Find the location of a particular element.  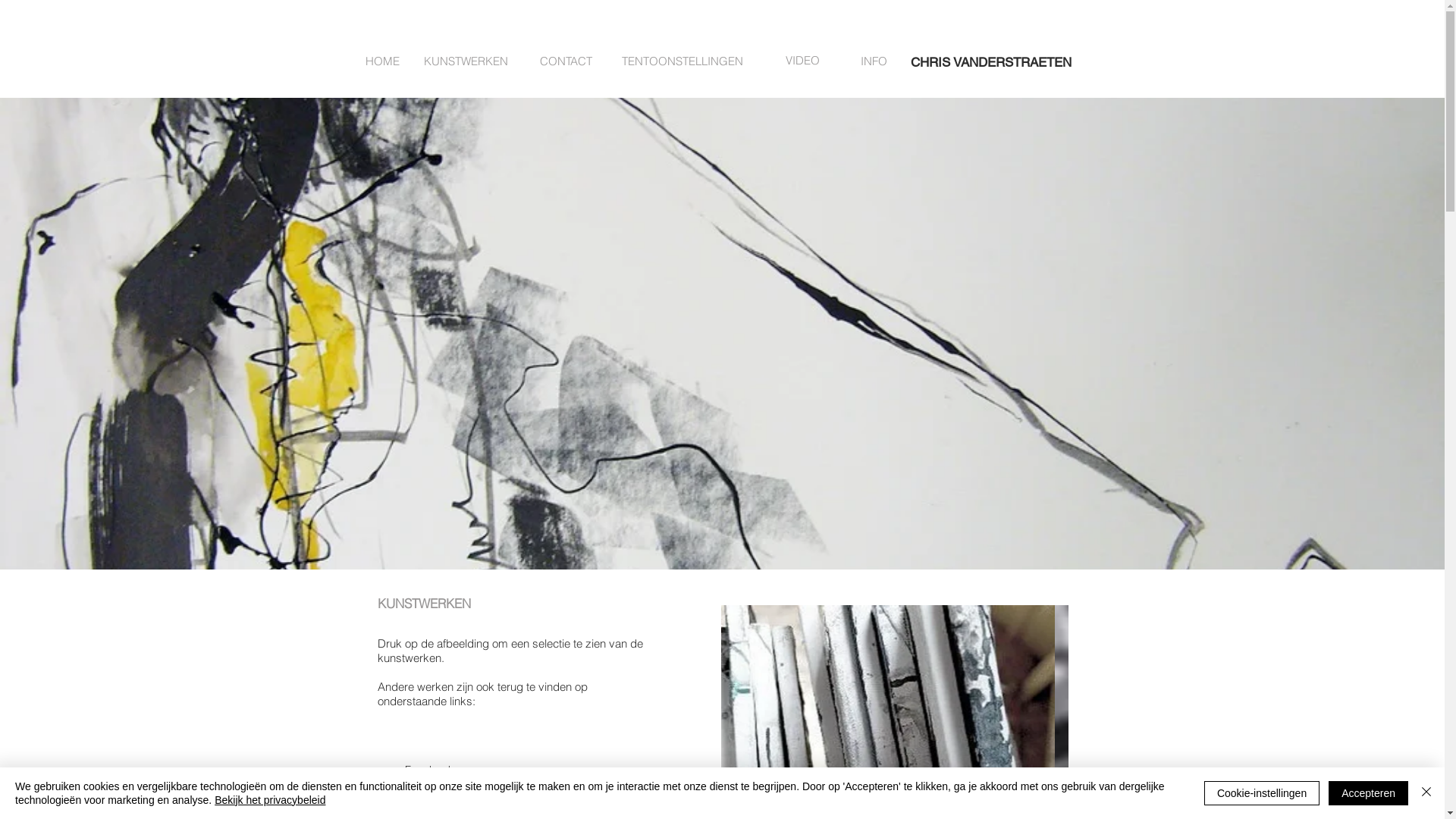

'Accepteren' is located at coordinates (1368, 792).